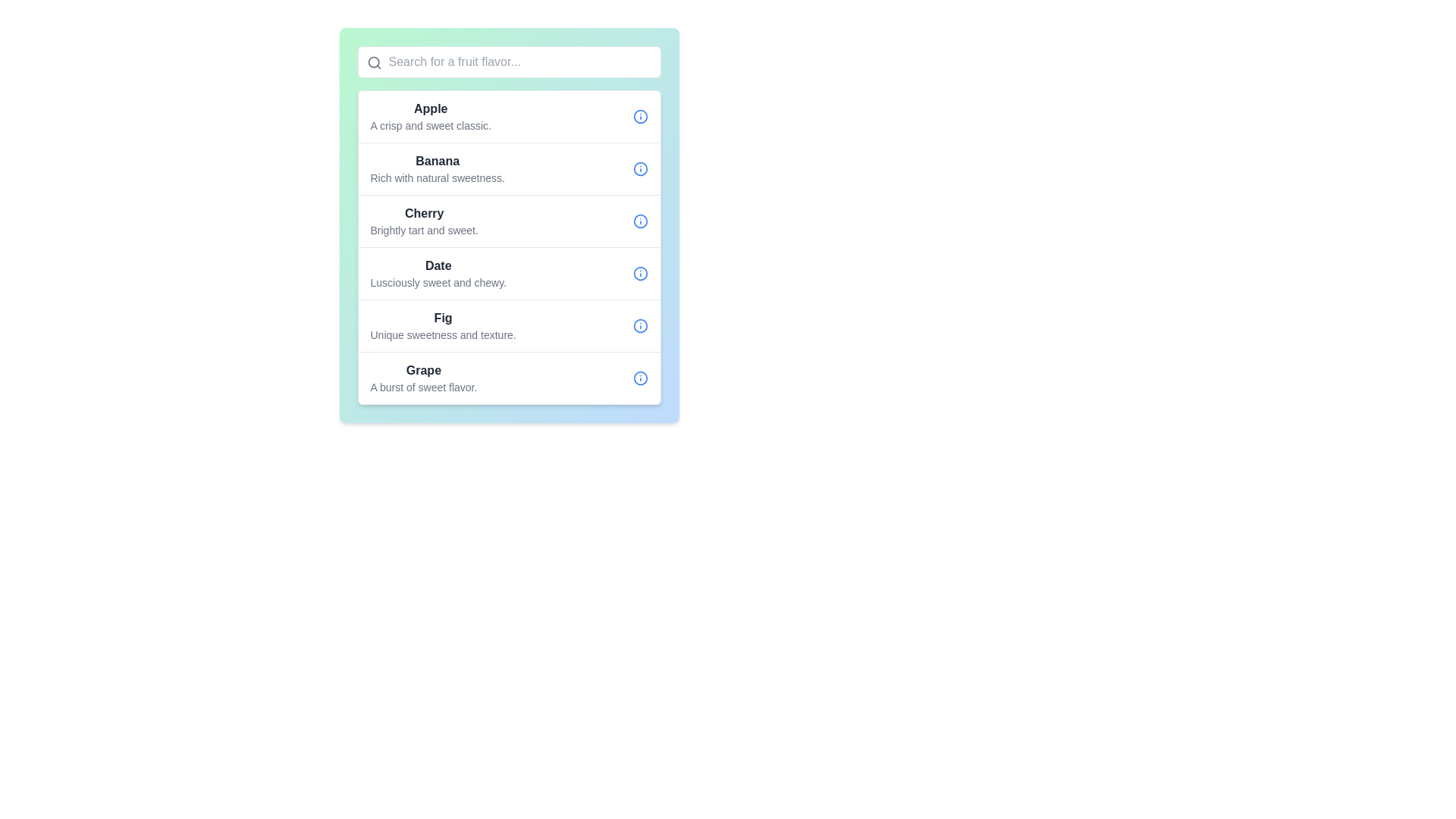 This screenshot has height=819, width=1456. I want to click on the information icon located to the right of the header 'Fig' in the fifth list item, which contains additional information about 'Unique sweetness and texture.', so click(509, 325).